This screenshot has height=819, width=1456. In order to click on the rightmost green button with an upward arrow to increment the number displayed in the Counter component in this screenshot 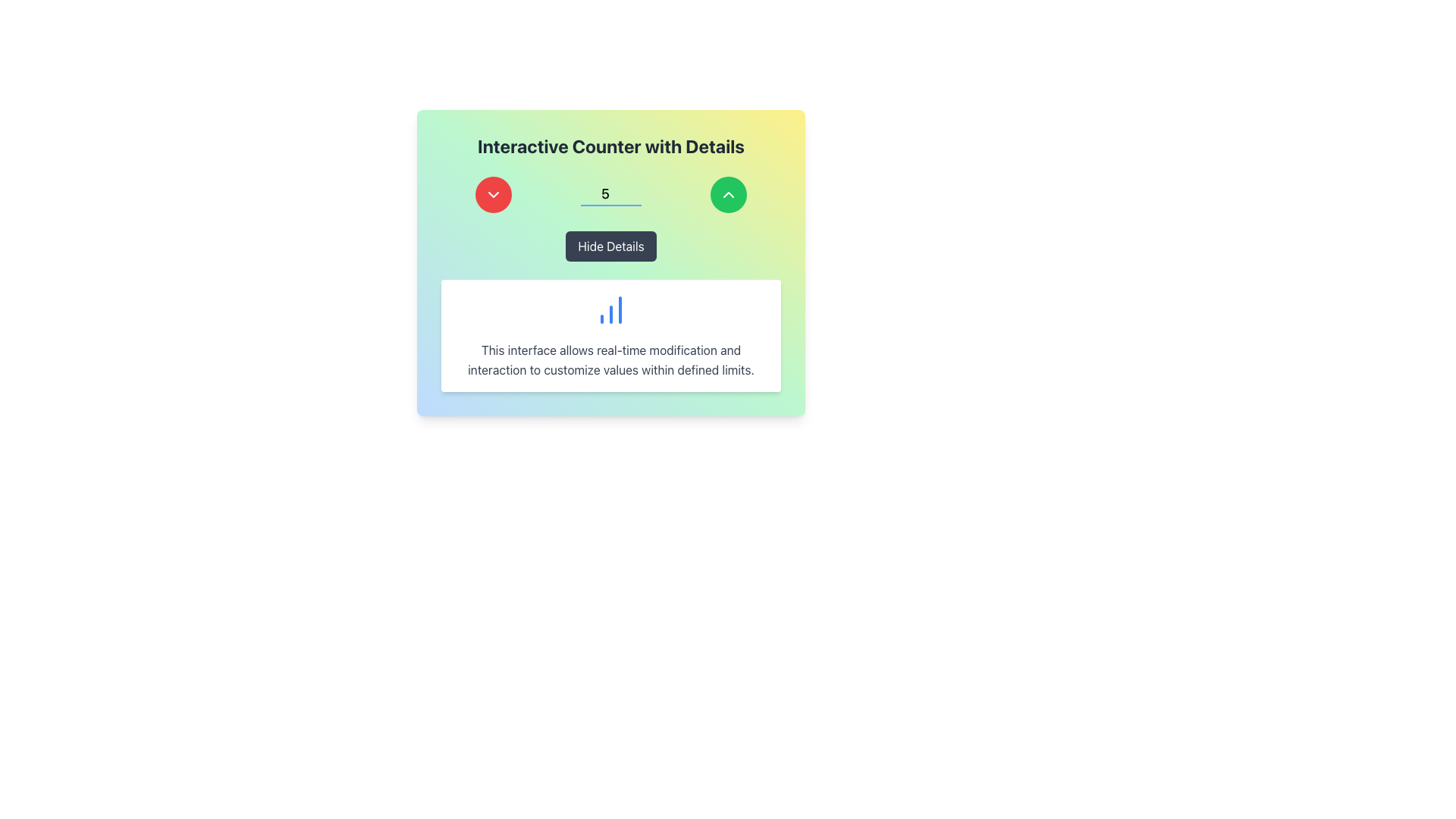, I will do `click(611, 194)`.